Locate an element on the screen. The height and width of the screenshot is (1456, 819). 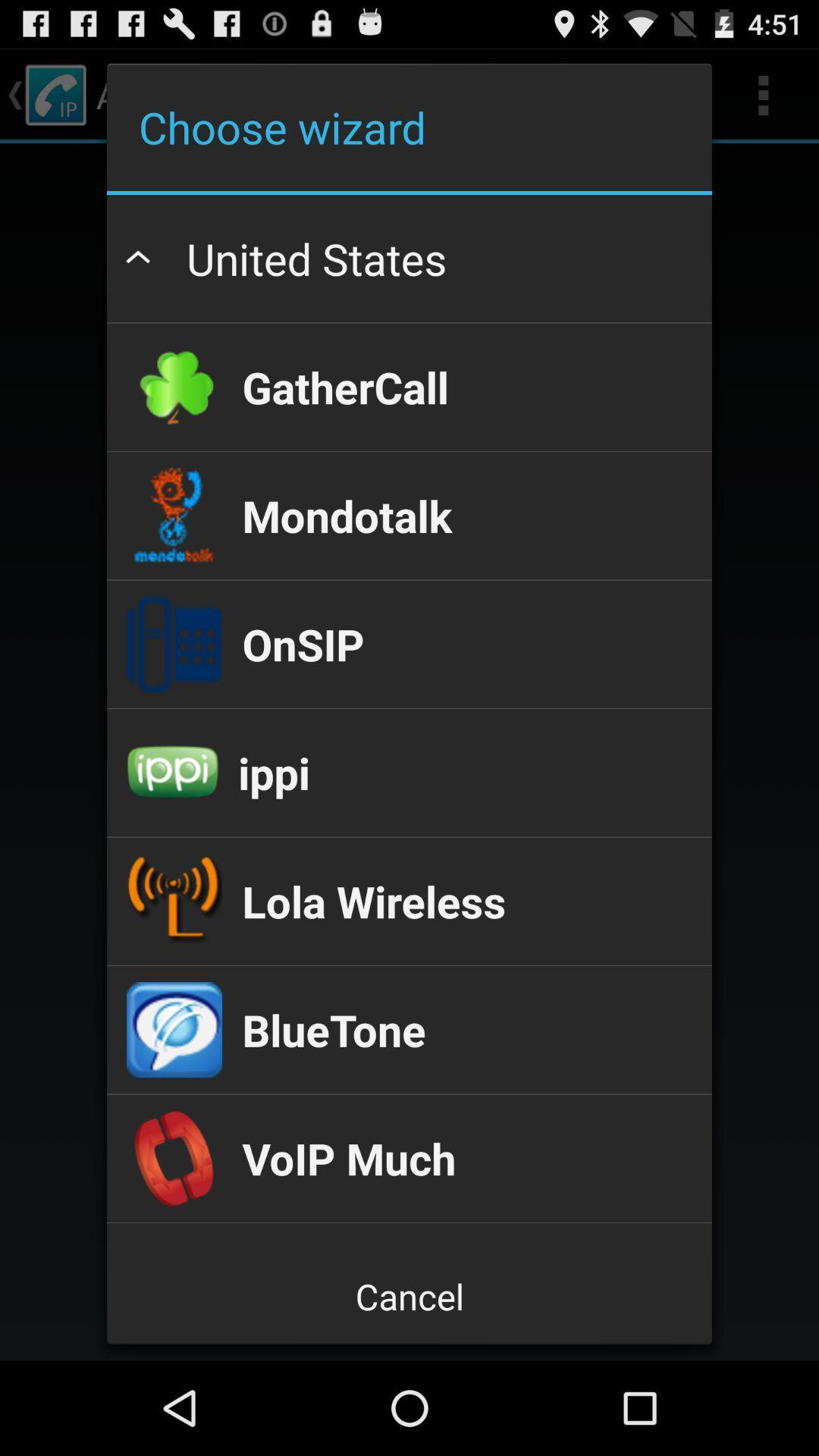
icon below voiptel mobile app is located at coordinates (409, 1295).